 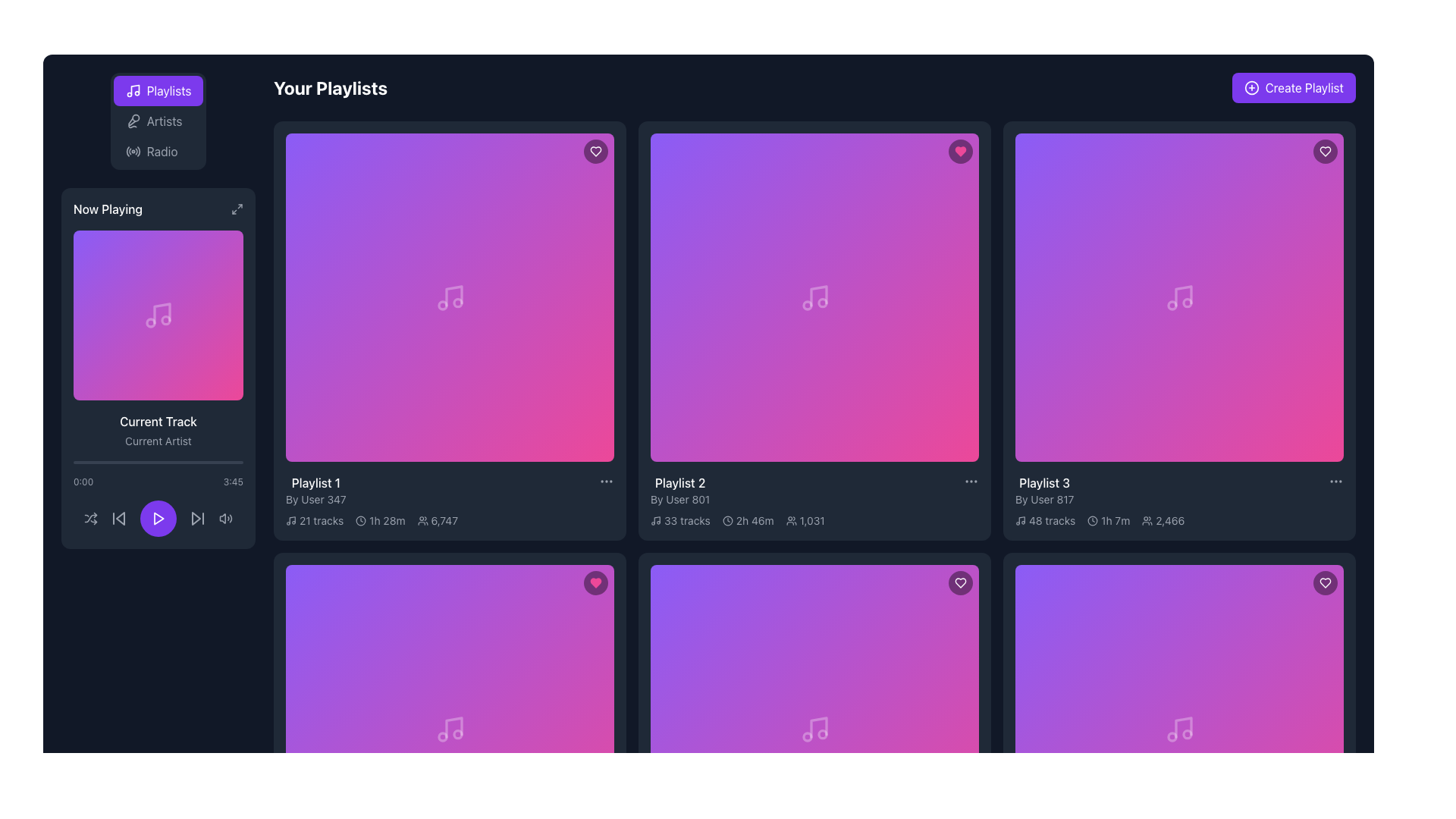 I want to click on the heart-shaped favorite icon located in the top-right corner of the 'Playlist 3' box, so click(x=960, y=582).